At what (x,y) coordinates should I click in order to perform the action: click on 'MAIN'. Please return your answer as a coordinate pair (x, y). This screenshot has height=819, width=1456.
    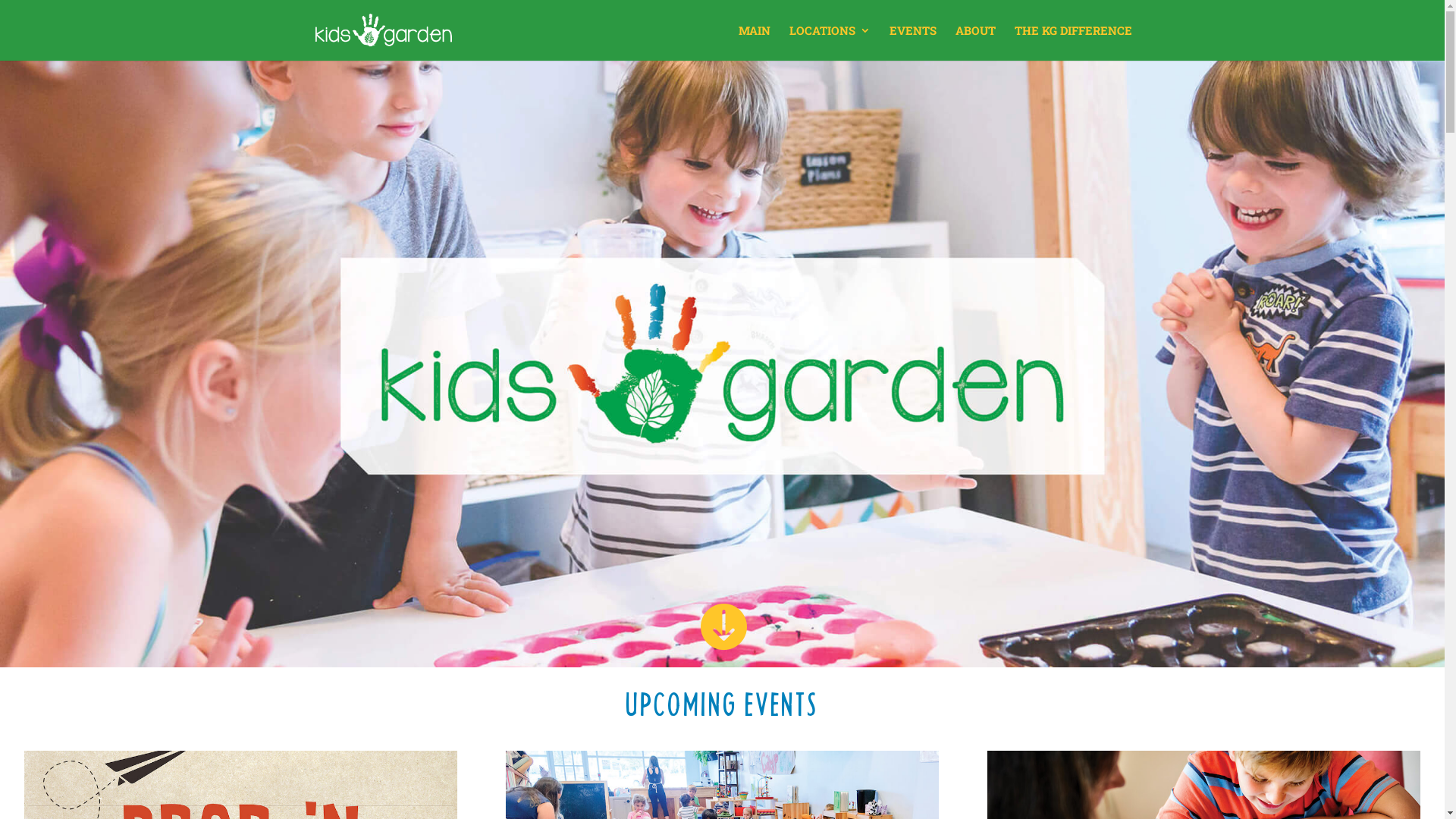
    Looking at the image, I should click on (754, 42).